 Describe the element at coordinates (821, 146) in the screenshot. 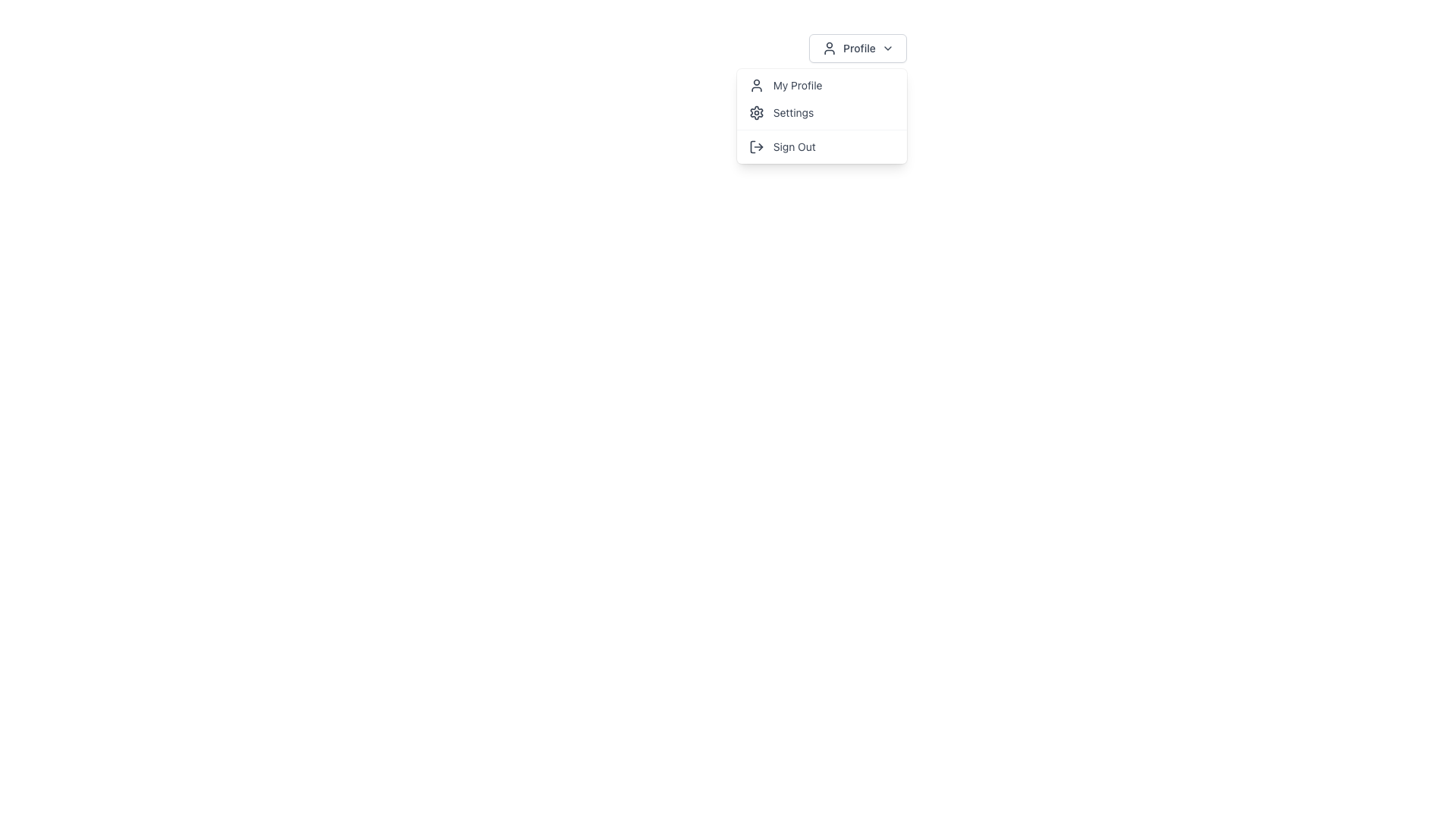

I see `the 'Logout' button in the dropdown menu` at that location.